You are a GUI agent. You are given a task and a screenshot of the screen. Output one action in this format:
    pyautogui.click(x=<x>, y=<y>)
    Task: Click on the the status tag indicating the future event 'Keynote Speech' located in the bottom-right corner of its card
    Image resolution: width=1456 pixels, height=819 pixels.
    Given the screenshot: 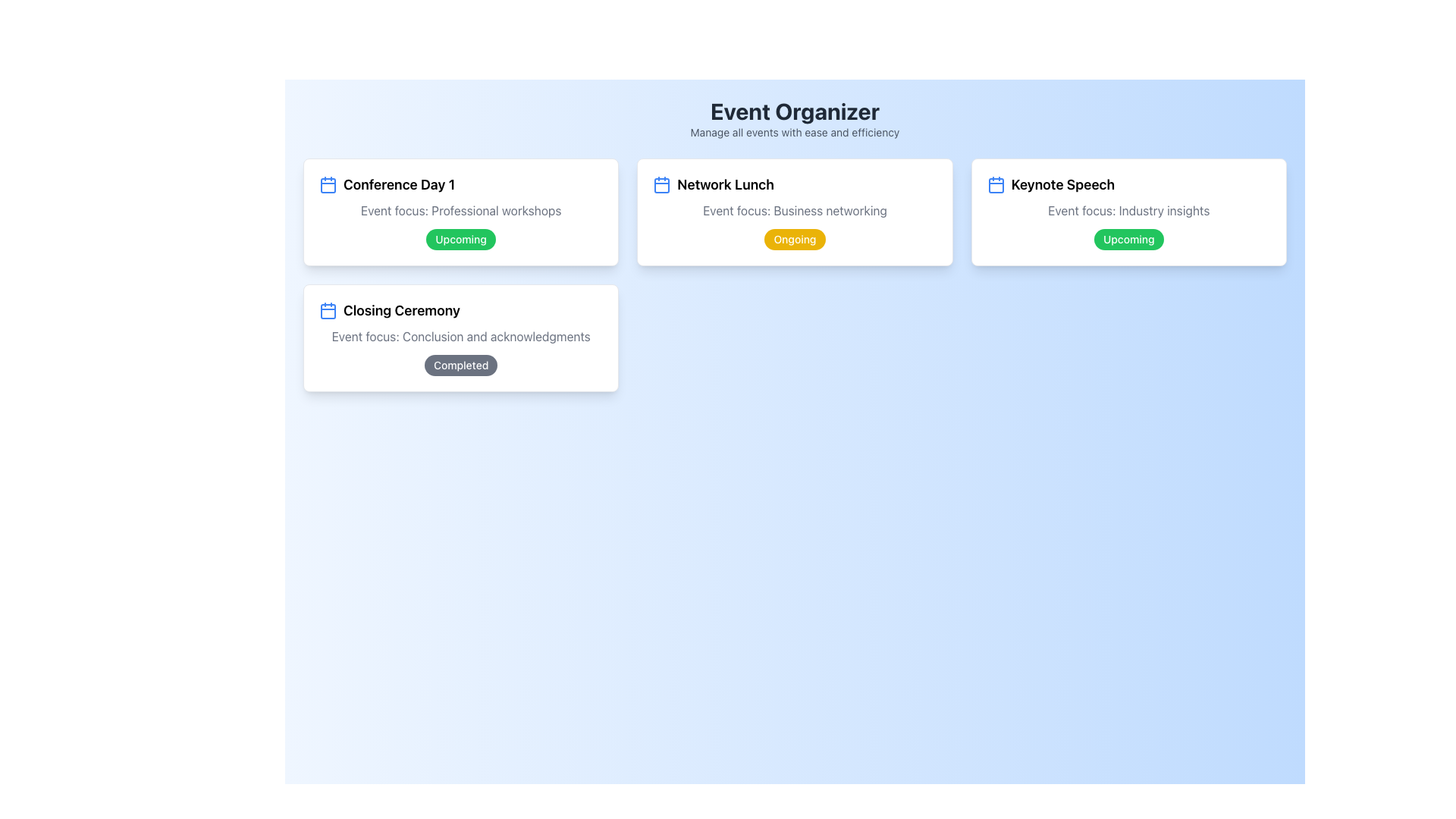 What is the action you would take?
    pyautogui.click(x=1128, y=239)
    